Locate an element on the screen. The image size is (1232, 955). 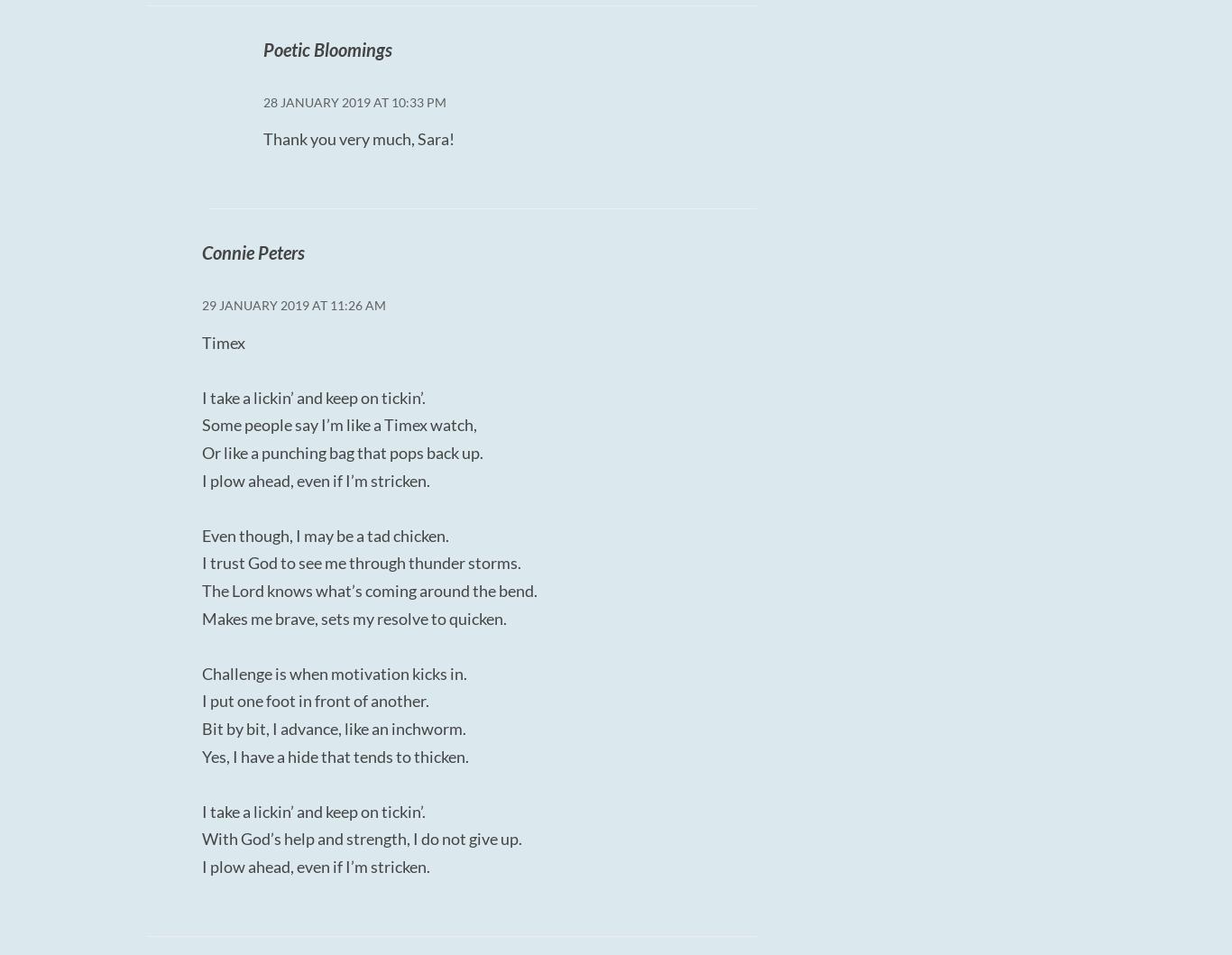
'I trust God to see me through thunder storms.' is located at coordinates (361, 561).